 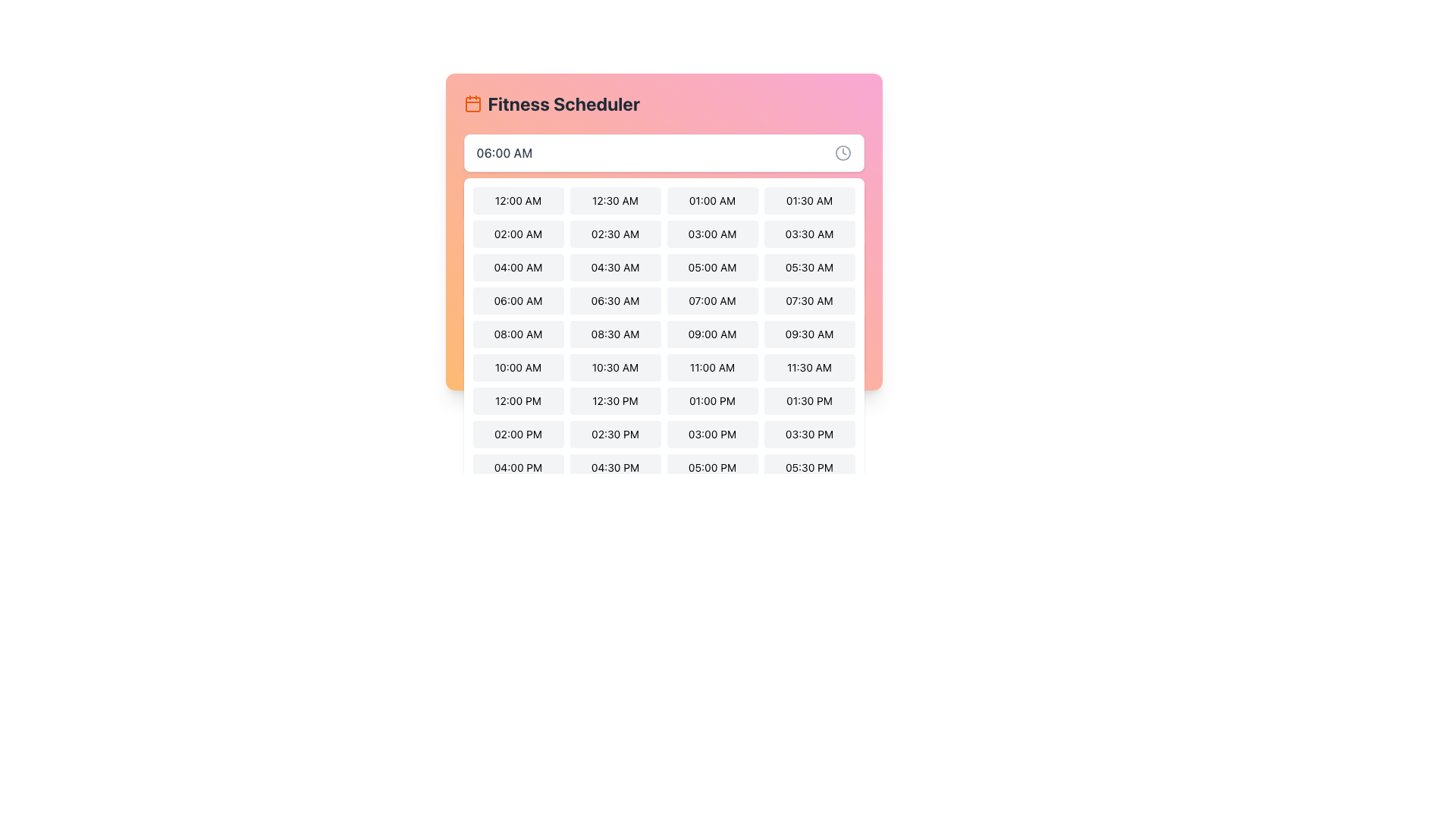 What do you see at coordinates (472, 104) in the screenshot?
I see `the Decorative Icon Component located within the calendar icon in the header of the application preceding the 'Fitness Scheduler' title` at bounding box center [472, 104].